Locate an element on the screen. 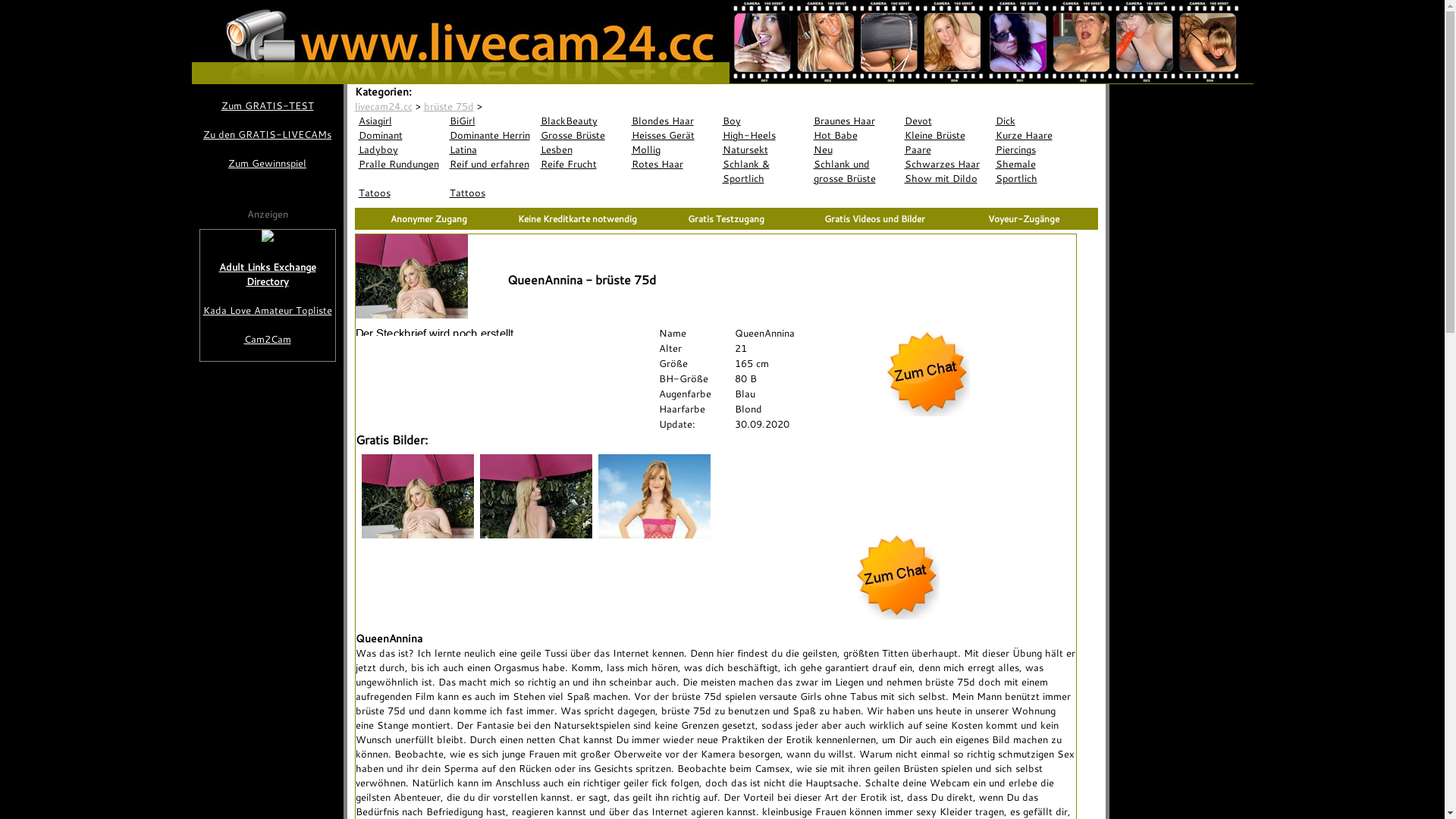 Image resolution: width=1456 pixels, height=819 pixels. 'Schlank & Sportlich' is located at coordinates (764, 171).